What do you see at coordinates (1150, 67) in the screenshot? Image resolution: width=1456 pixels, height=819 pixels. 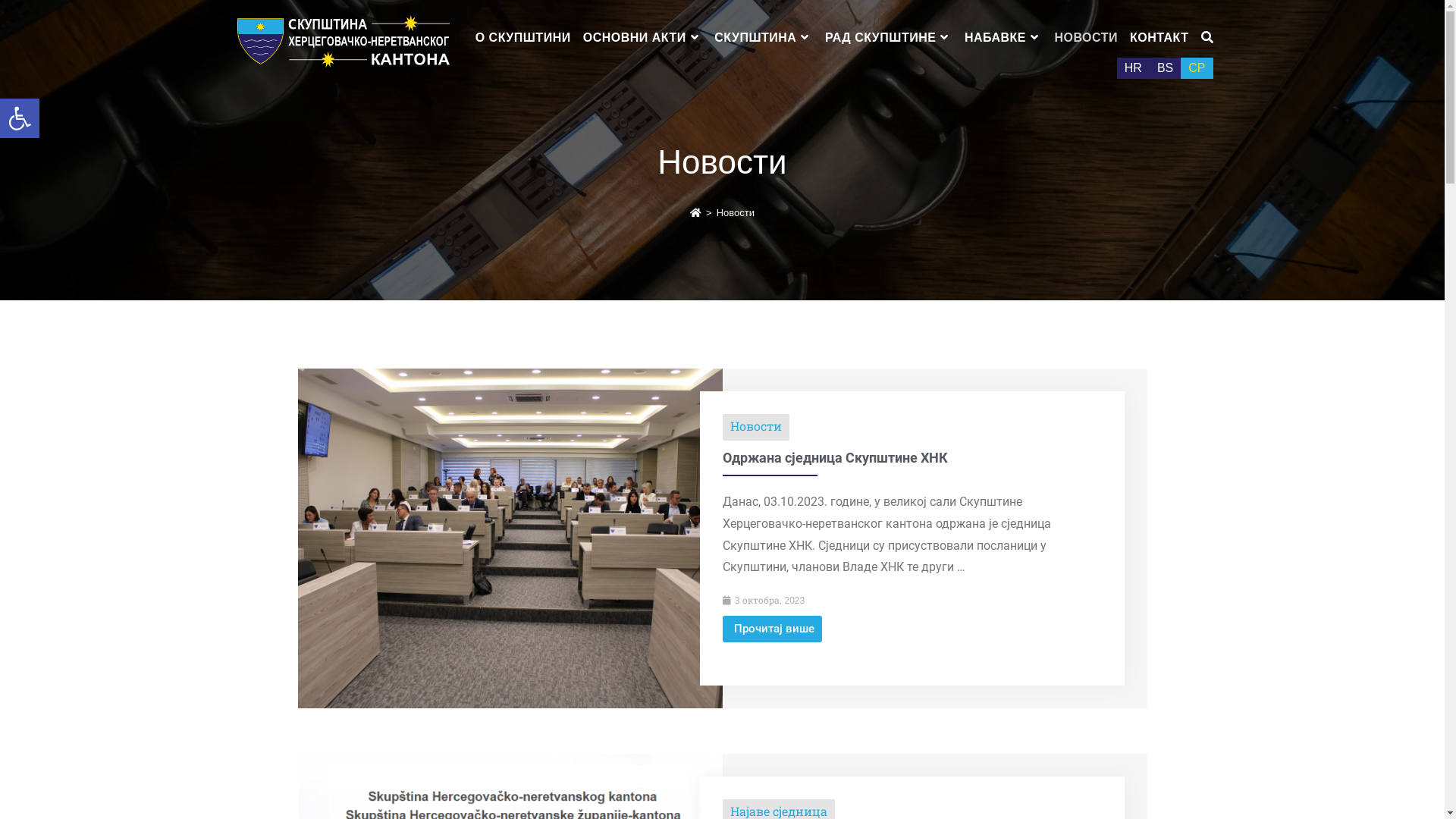 I see `'BS'` at bounding box center [1150, 67].